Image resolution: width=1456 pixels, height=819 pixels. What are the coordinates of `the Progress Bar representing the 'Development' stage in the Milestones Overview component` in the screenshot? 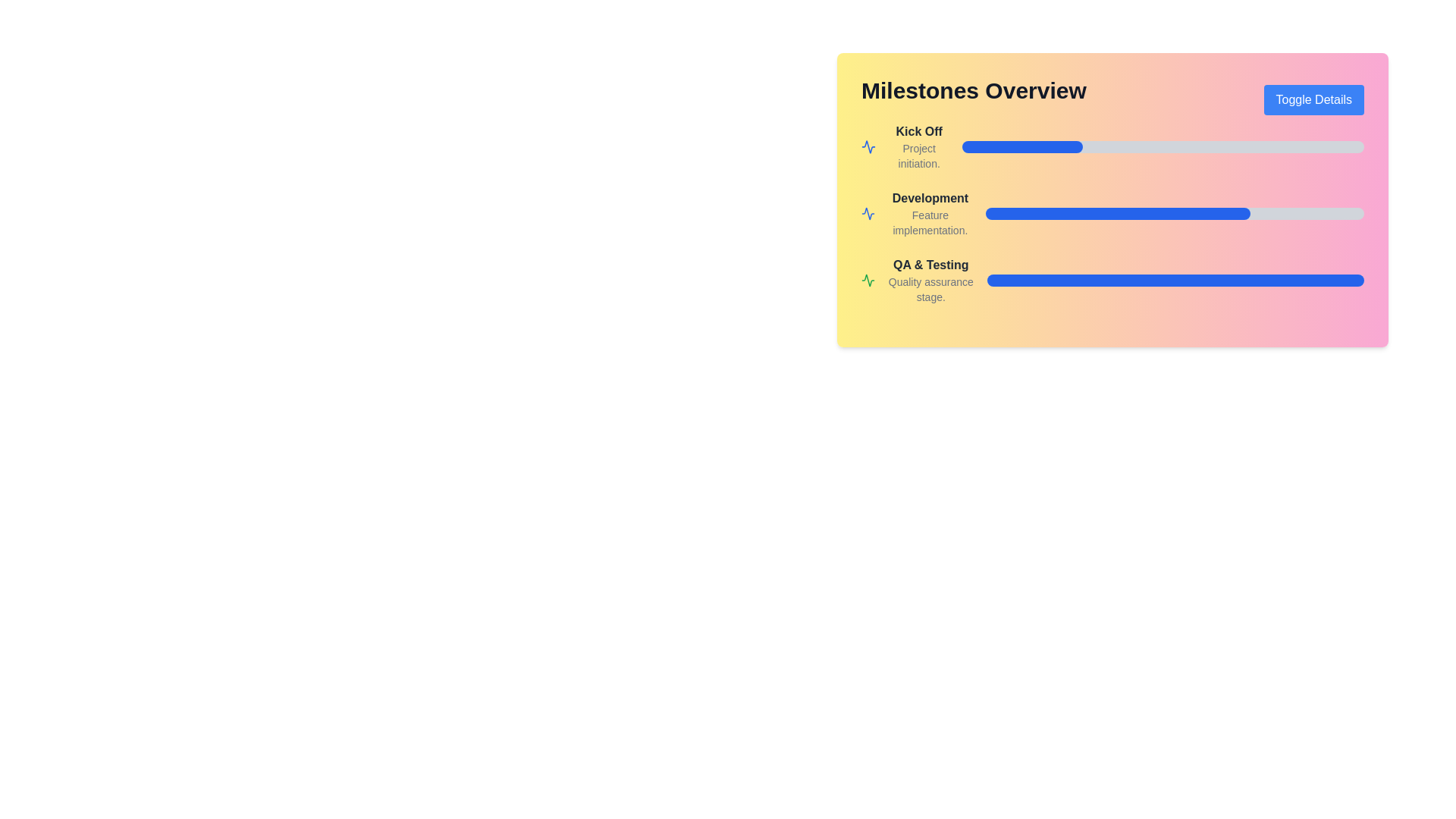 It's located at (1112, 213).